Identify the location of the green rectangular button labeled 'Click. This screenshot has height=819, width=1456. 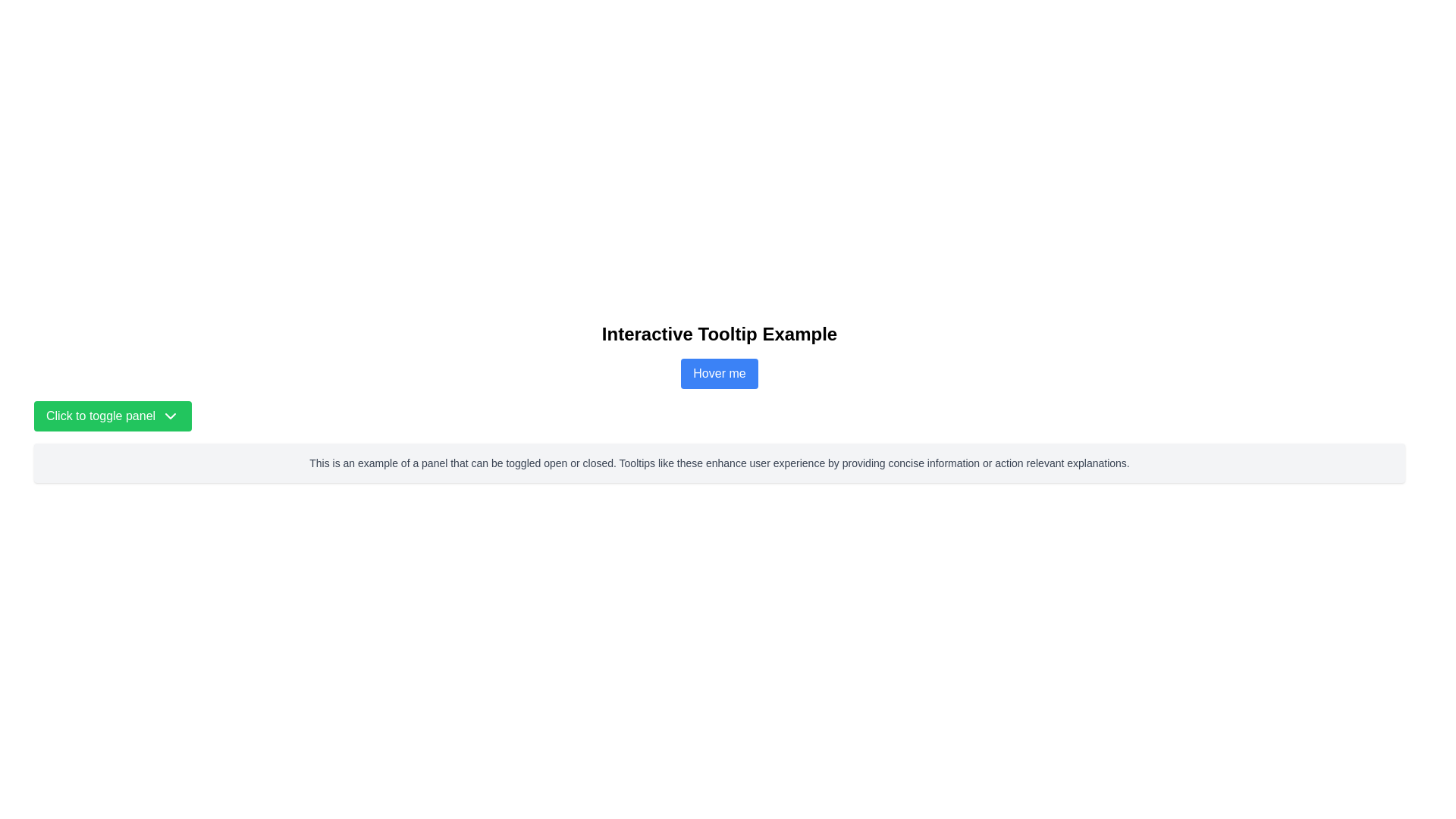
(111, 416).